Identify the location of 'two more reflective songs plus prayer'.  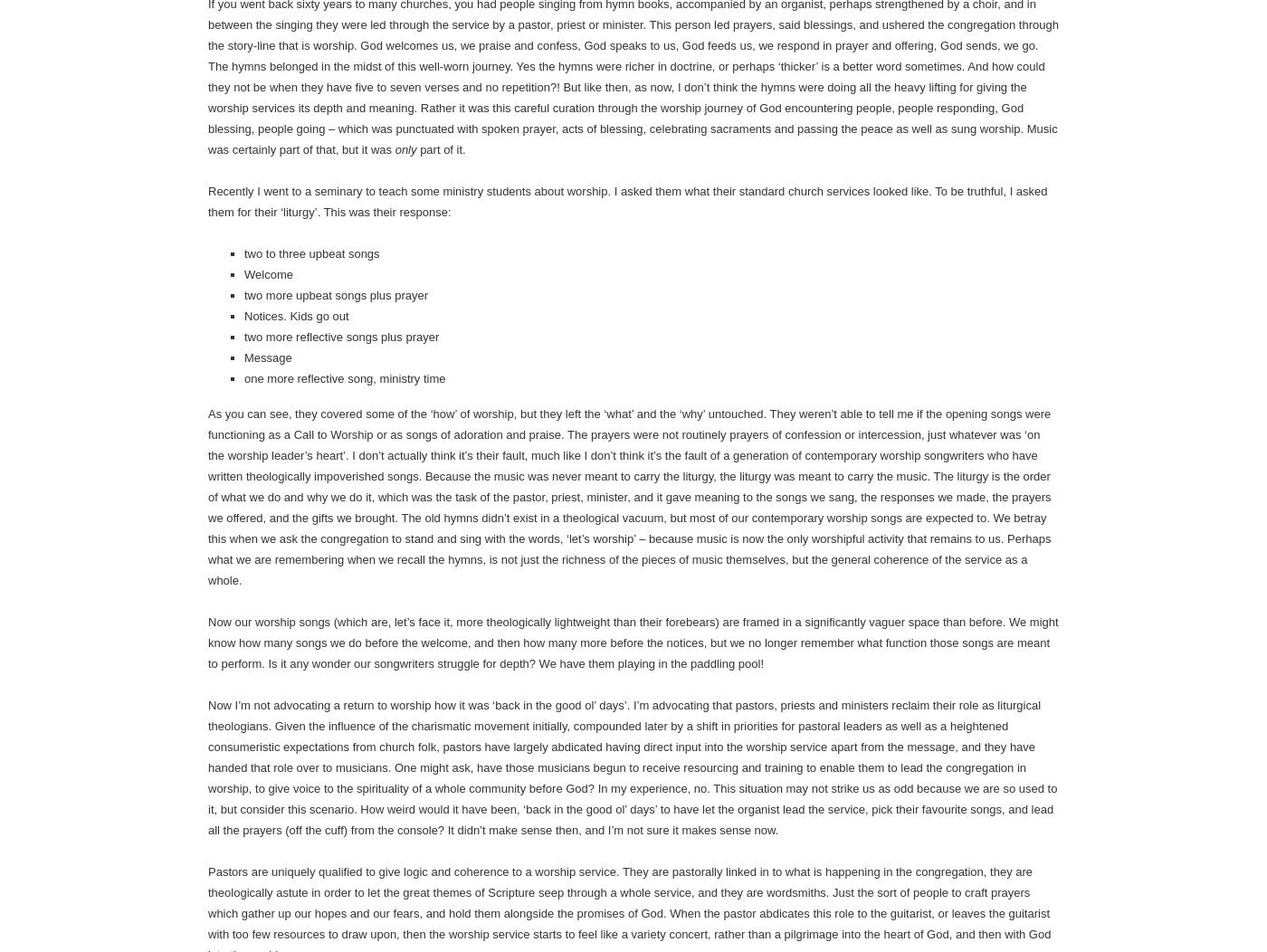
(341, 337).